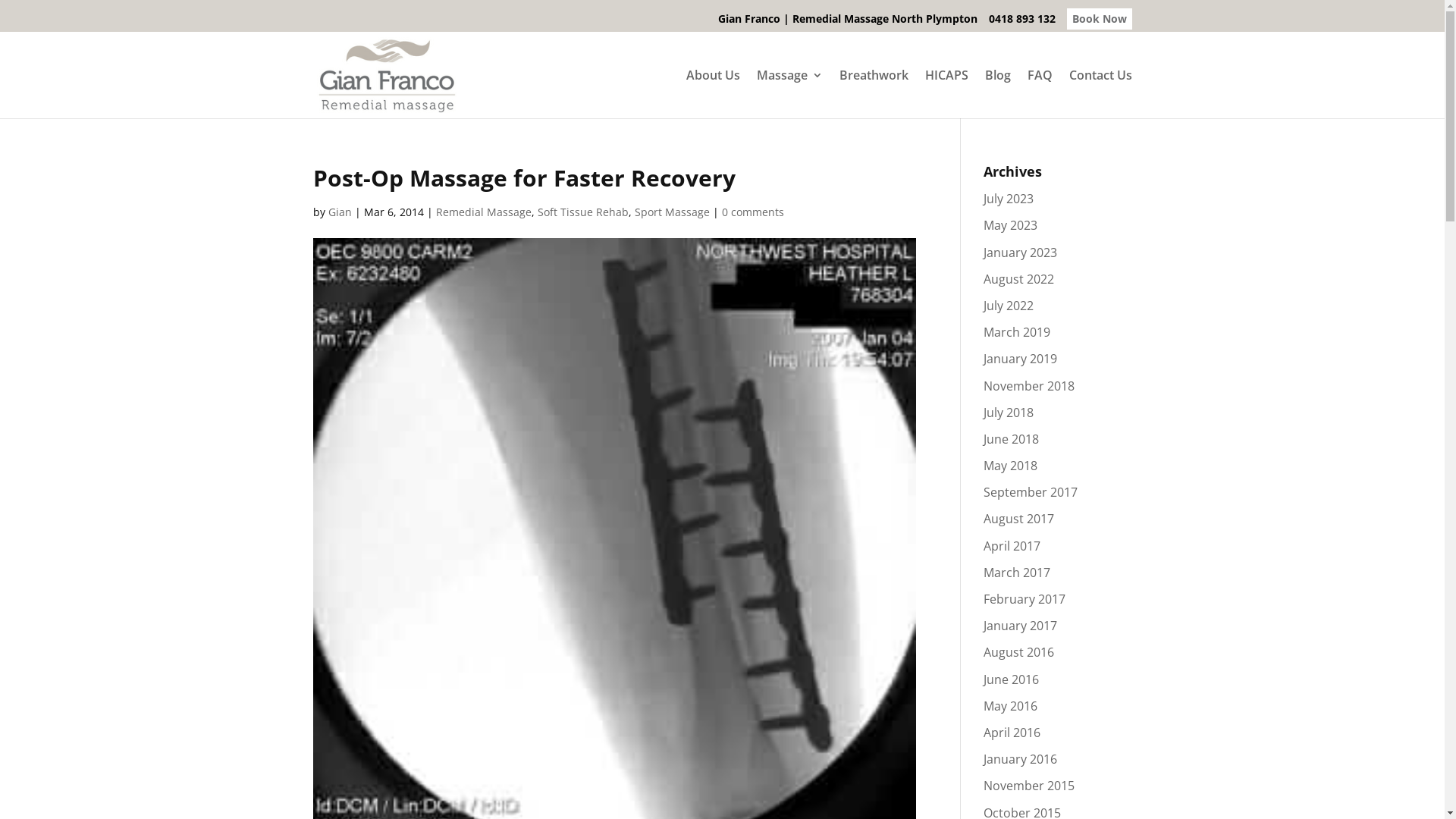  Describe the element at coordinates (1008, 305) in the screenshot. I see `'July 2022'` at that location.